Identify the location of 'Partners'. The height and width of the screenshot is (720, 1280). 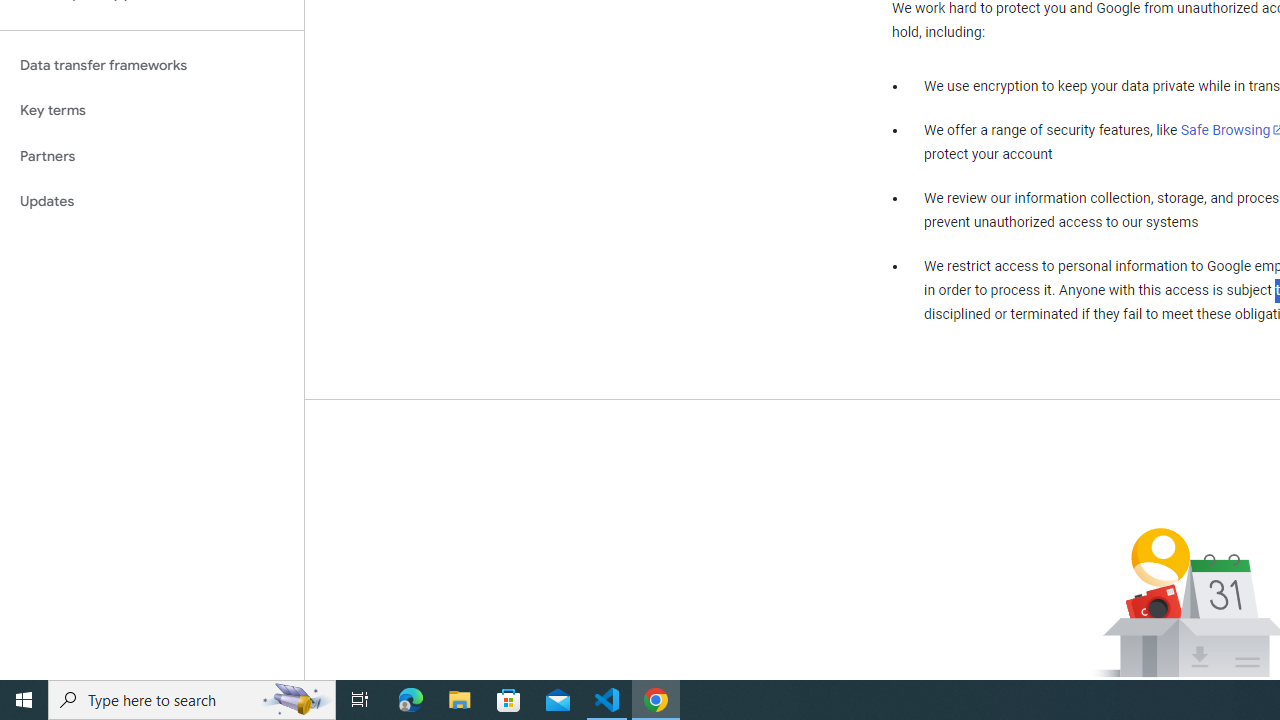
(151, 155).